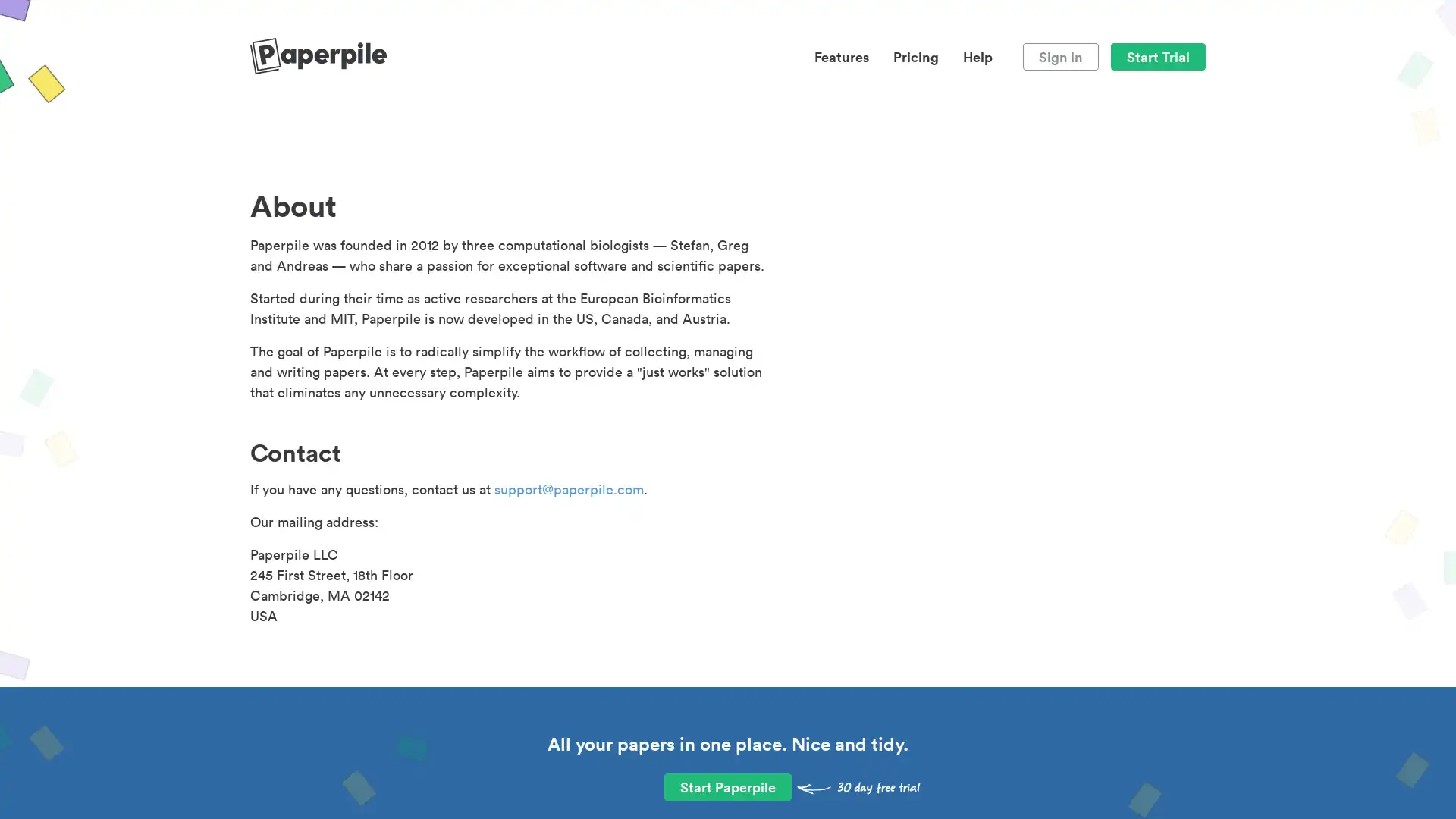 Image resolution: width=1456 pixels, height=819 pixels. What do you see at coordinates (1157, 55) in the screenshot?
I see `Start Trial` at bounding box center [1157, 55].